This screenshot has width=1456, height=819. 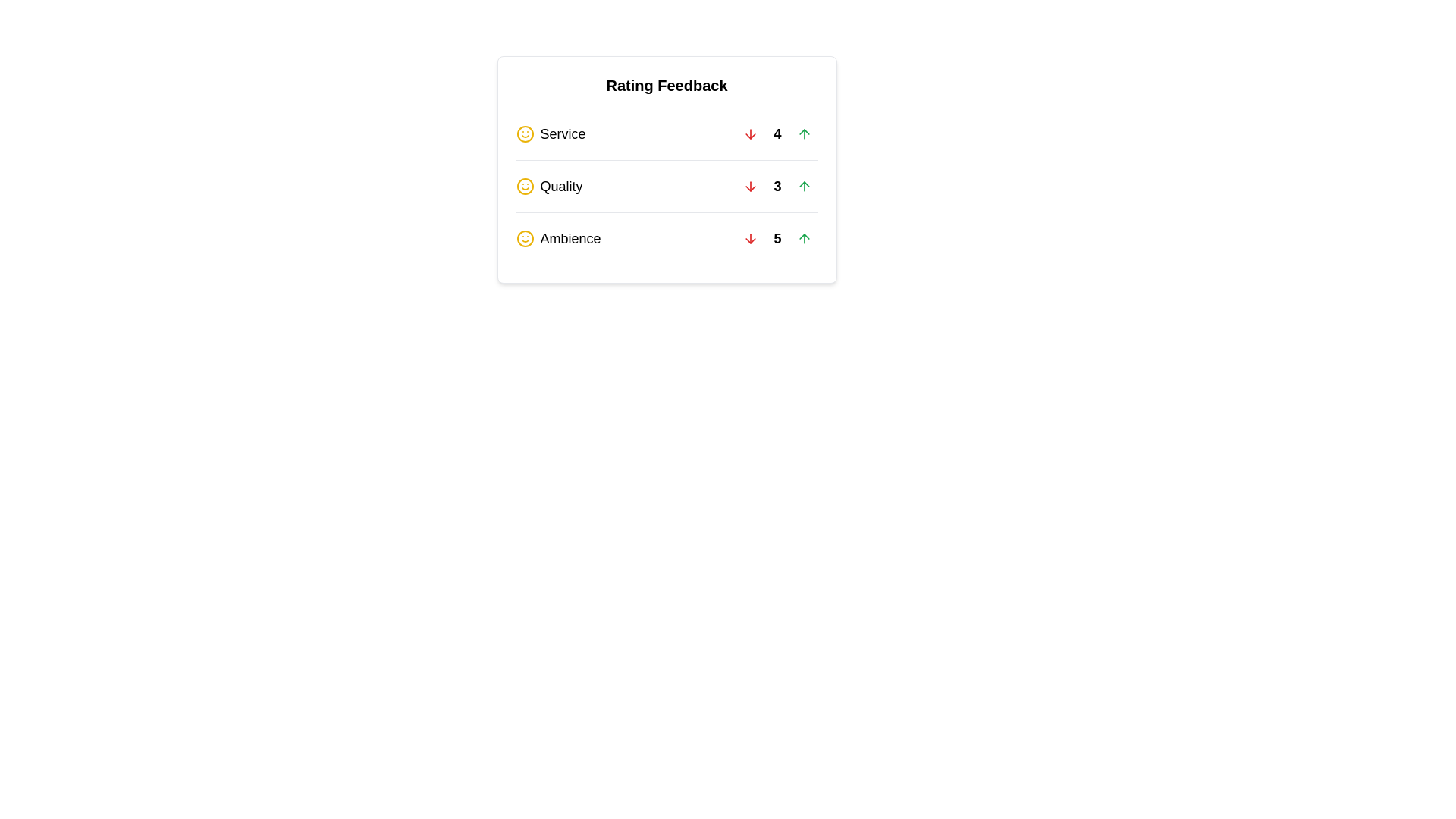 What do you see at coordinates (777, 133) in the screenshot?
I see `the text label displaying the numerical value '4' in the Service category, located between the red down arrow and the green up arrow` at bounding box center [777, 133].